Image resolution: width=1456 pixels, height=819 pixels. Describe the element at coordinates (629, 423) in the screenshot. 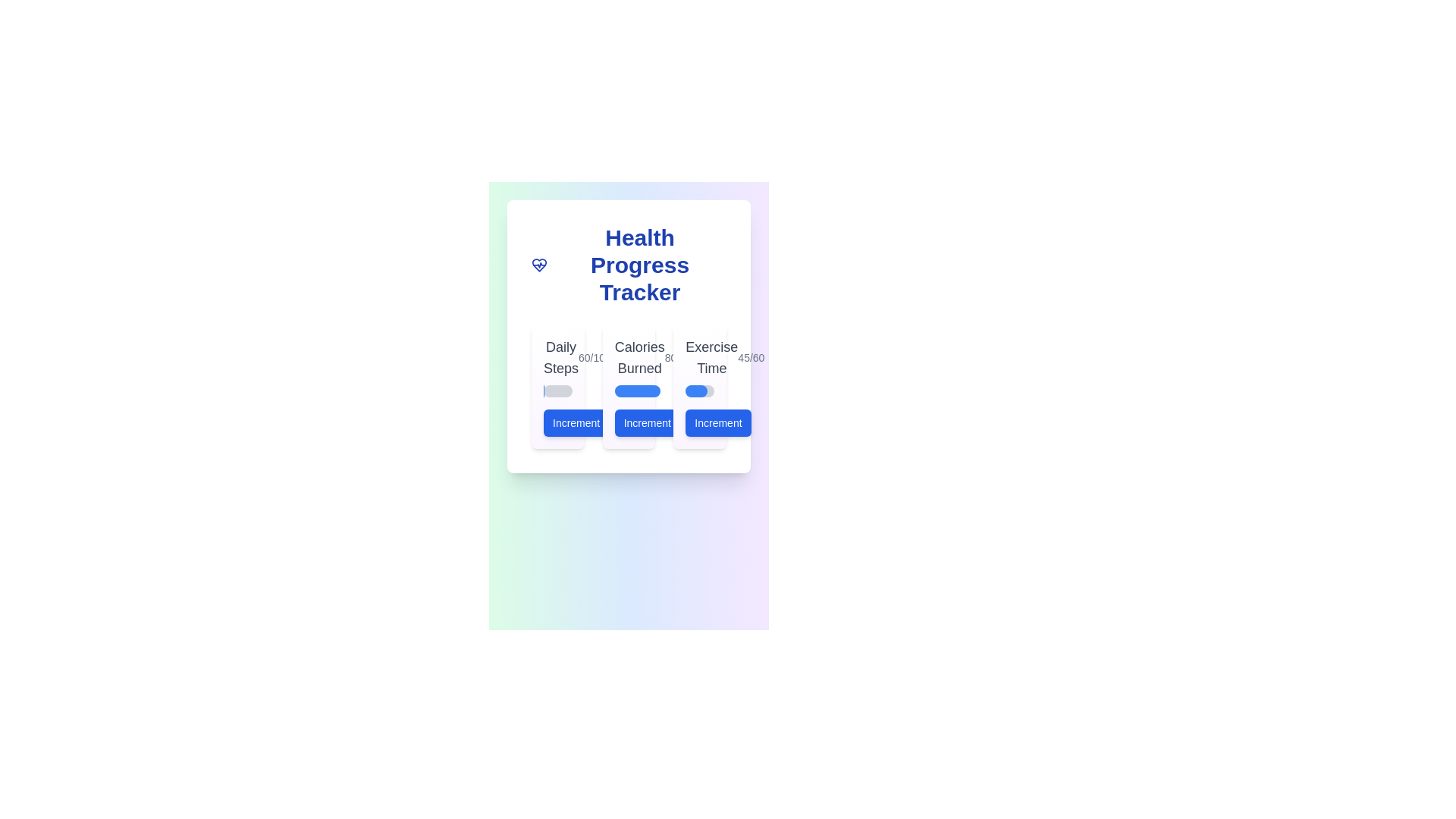

I see `the second 'Increment' button in the 'Calories Burned' section` at that location.